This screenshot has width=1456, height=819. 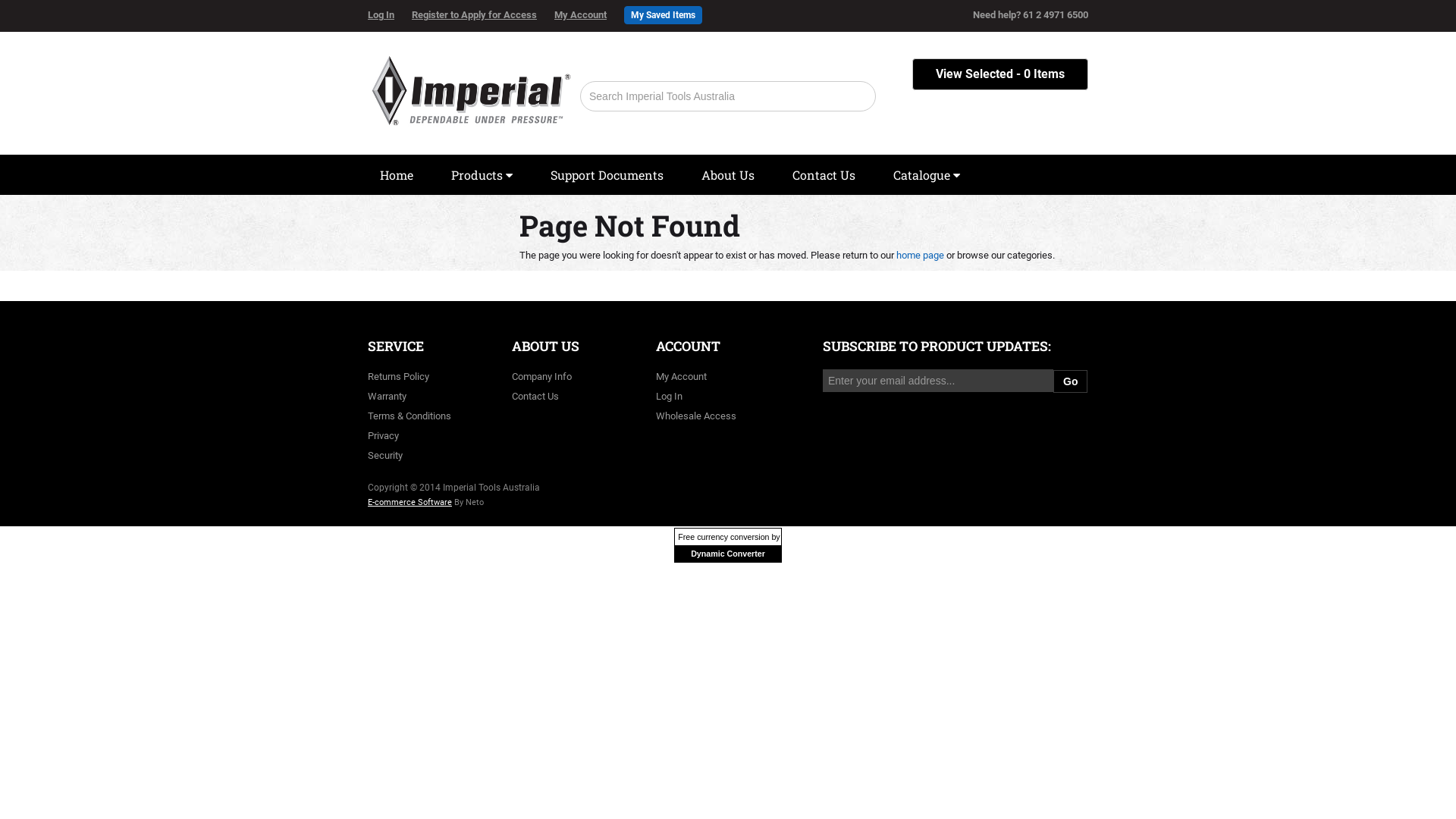 I want to click on 'Log In', so click(x=388, y=14).